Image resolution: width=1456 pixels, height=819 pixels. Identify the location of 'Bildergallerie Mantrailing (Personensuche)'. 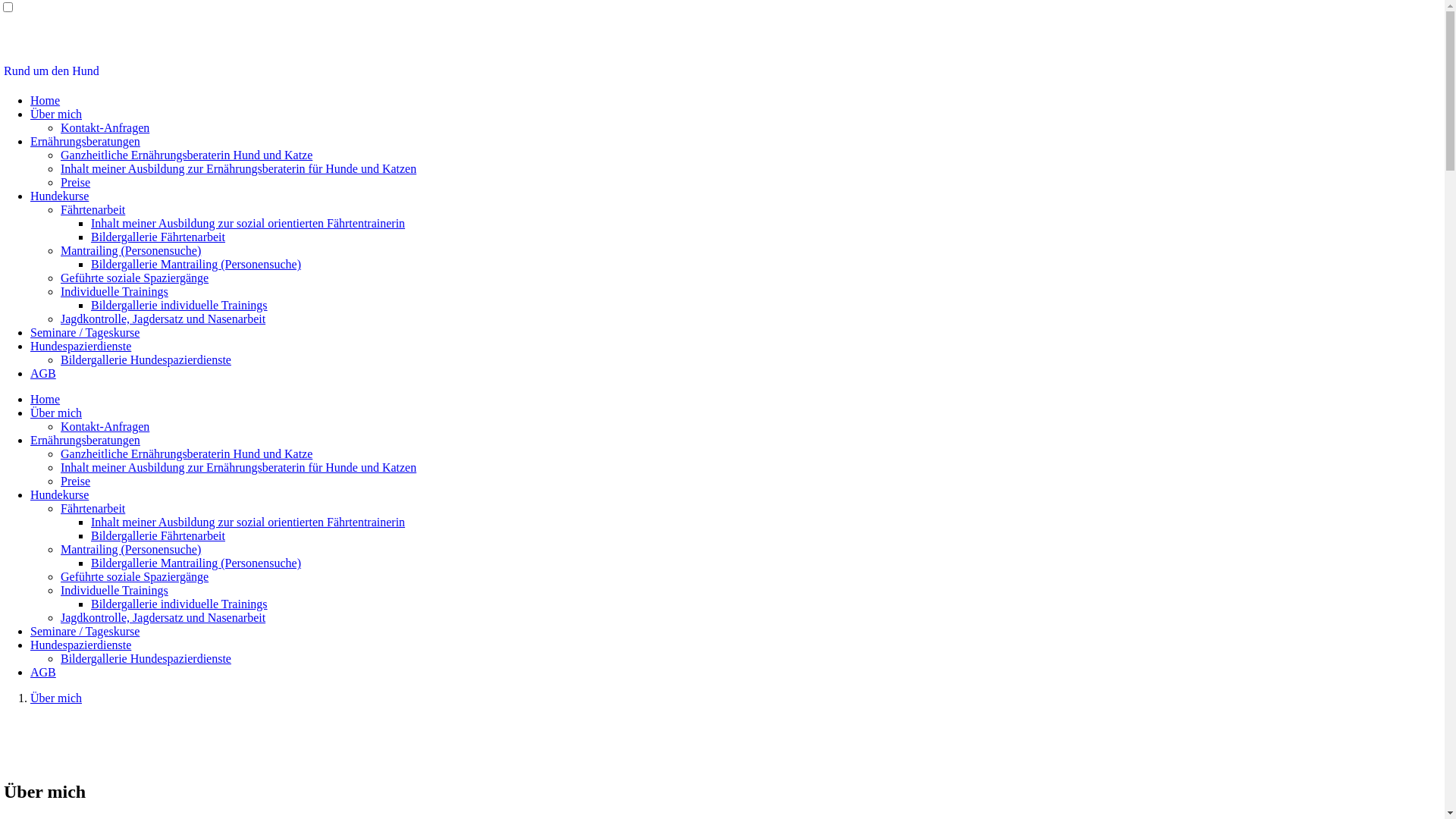
(195, 263).